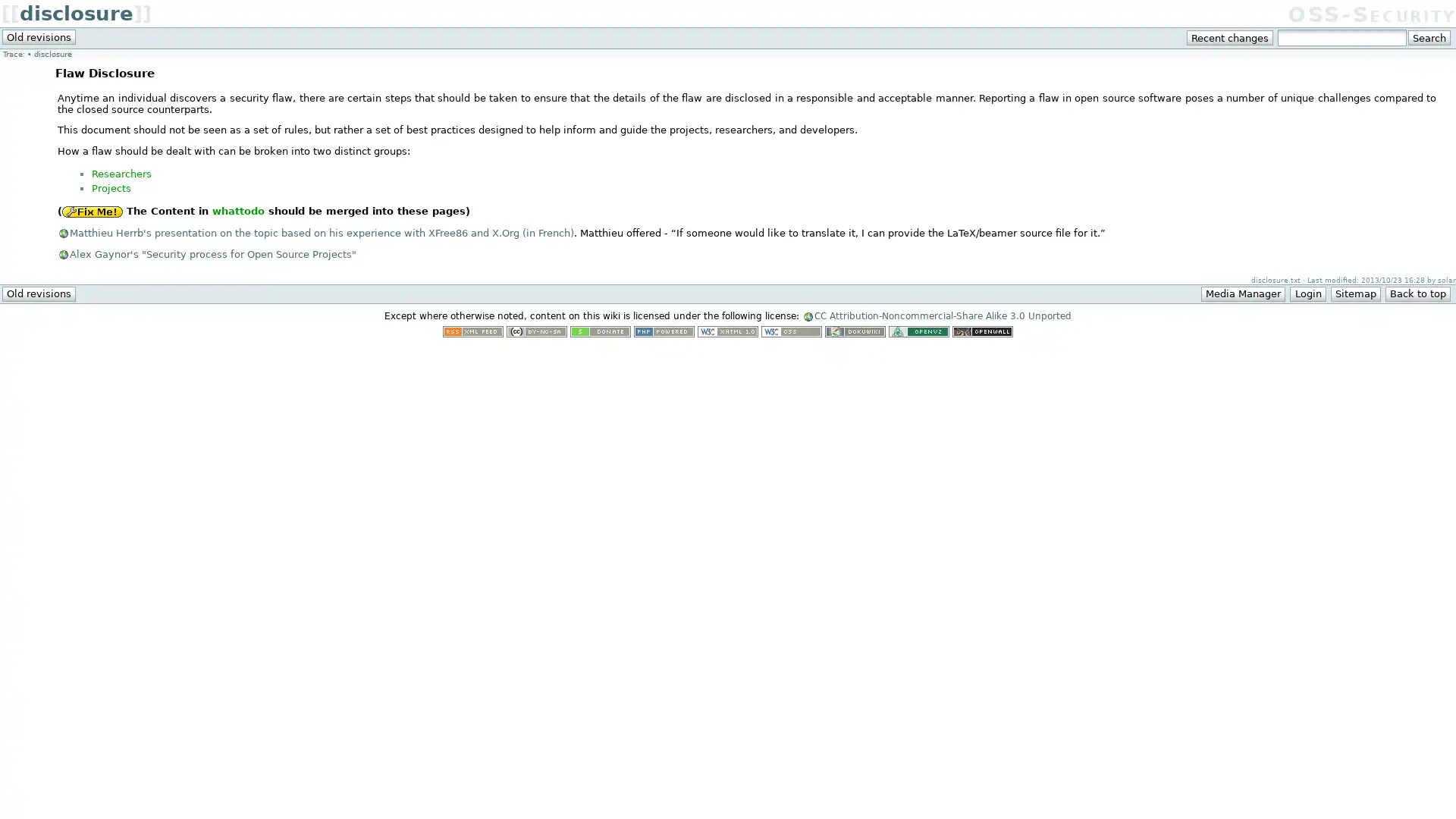 The width and height of the screenshot is (1456, 819). What do you see at coordinates (1307, 293) in the screenshot?
I see `Login` at bounding box center [1307, 293].